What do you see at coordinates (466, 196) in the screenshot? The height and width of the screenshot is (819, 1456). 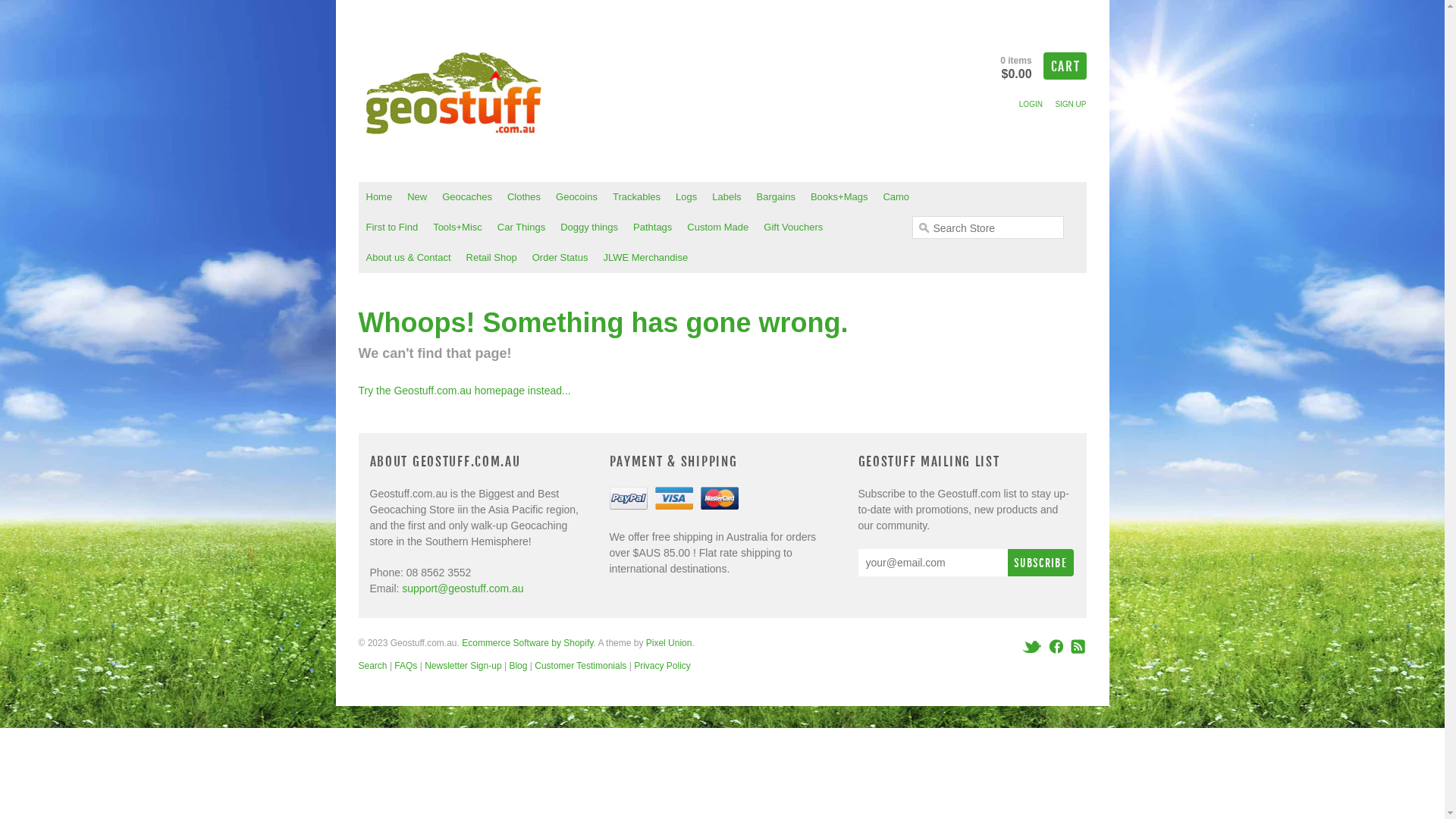 I see `'Geocaches'` at bounding box center [466, 196].